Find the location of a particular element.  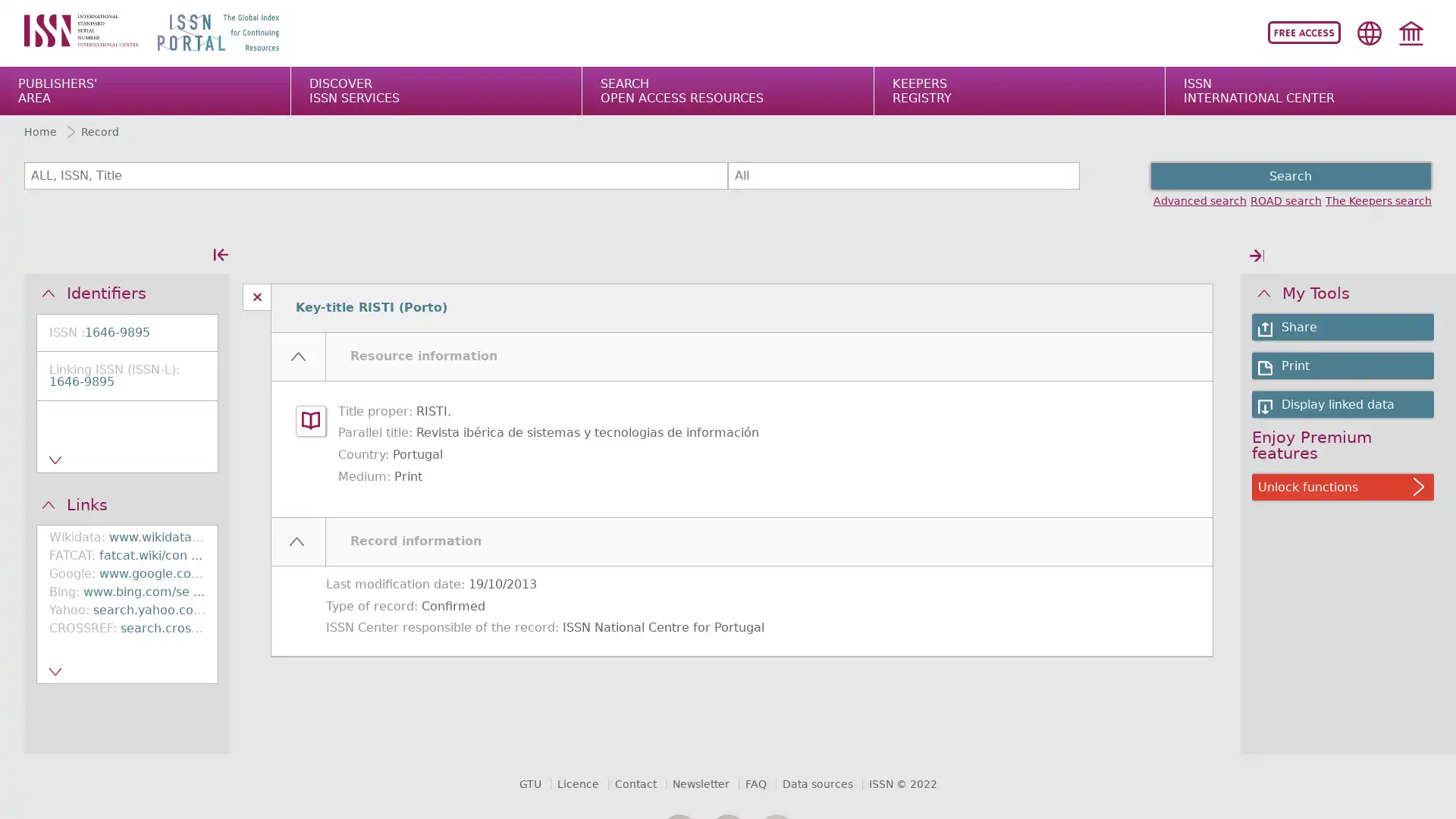

Search is located at coordinates (1290, 174).